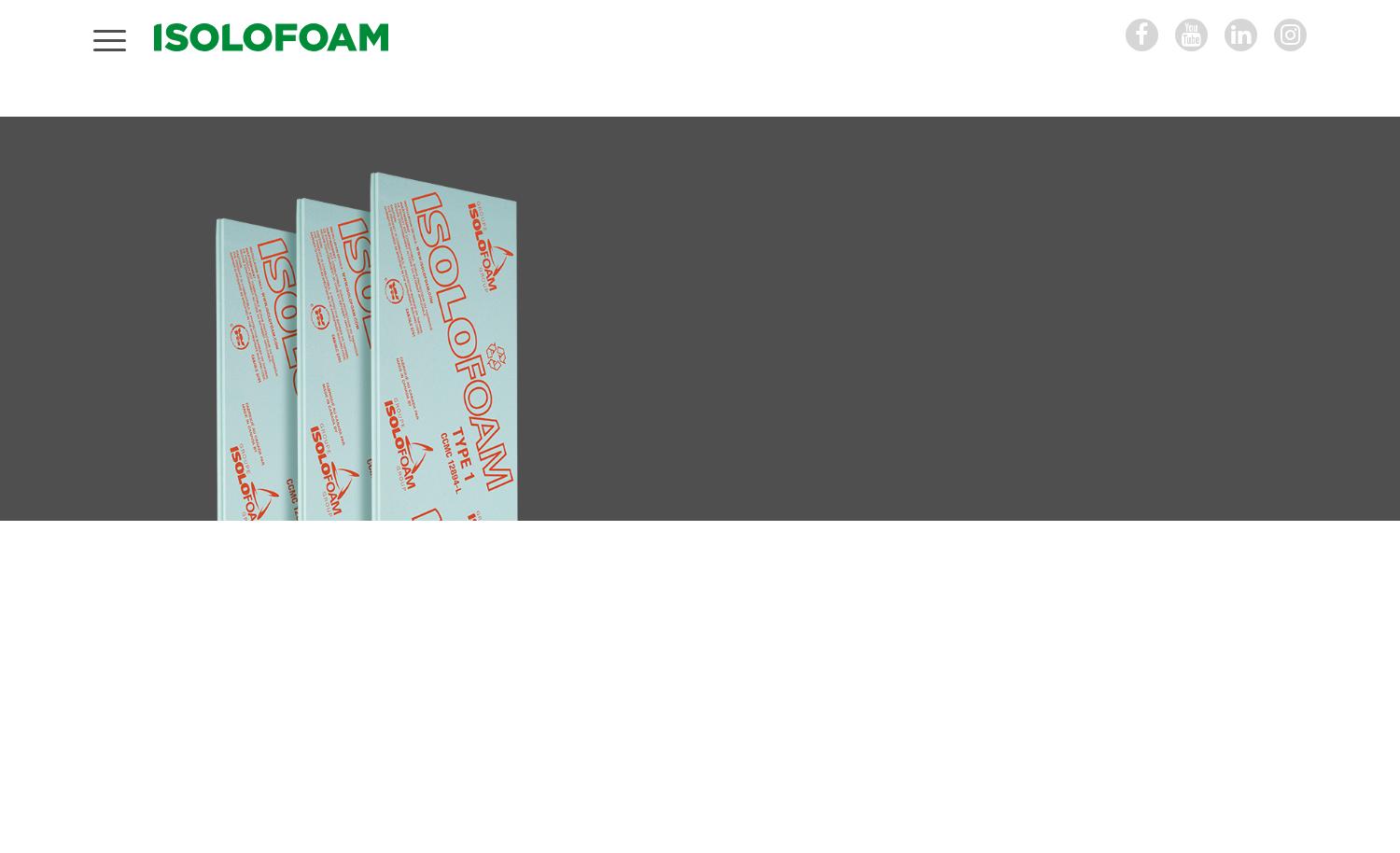 This screenshot has width=1400, height=853. I want to click on 'Advantages', so click(259, 612).